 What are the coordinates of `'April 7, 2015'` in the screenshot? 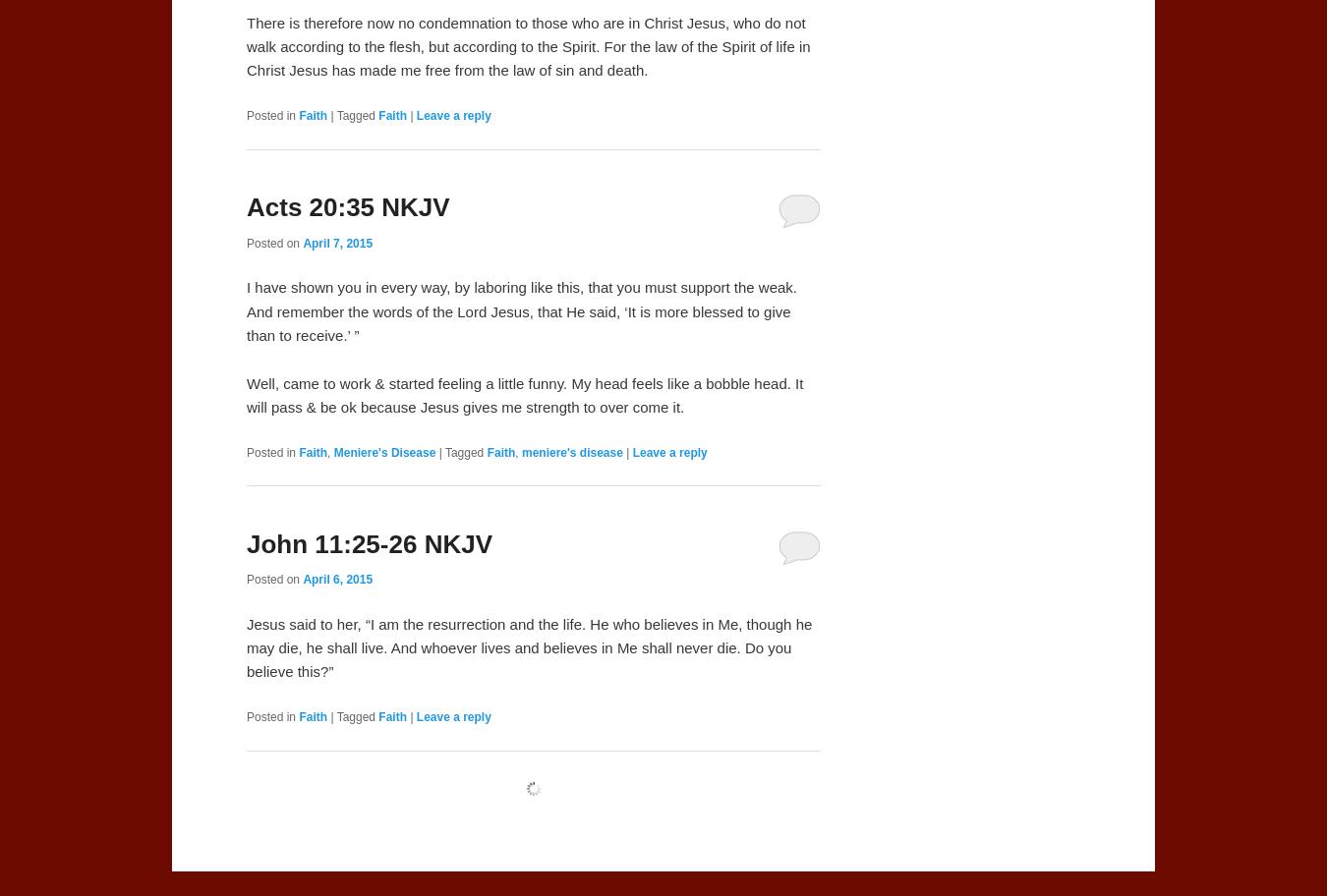 It's located at (301, 242).